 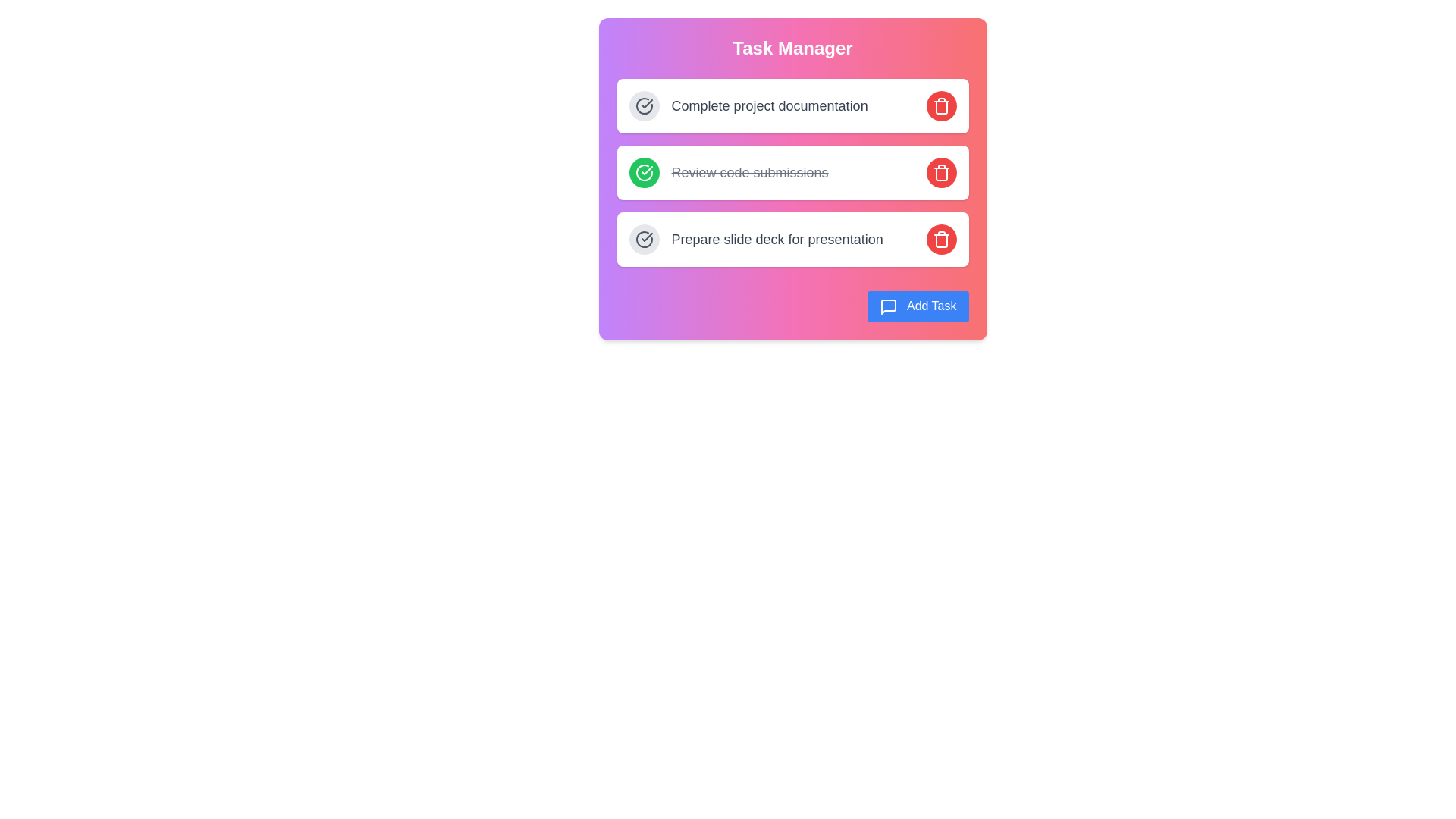 What do you see at coordinates (644, 171) in the screenshot?
I see `the leftmost segment of the circular check icon associated with the 'Review code submissions' task in the second task row of the Task Manager` at bounding box center [644, 171].